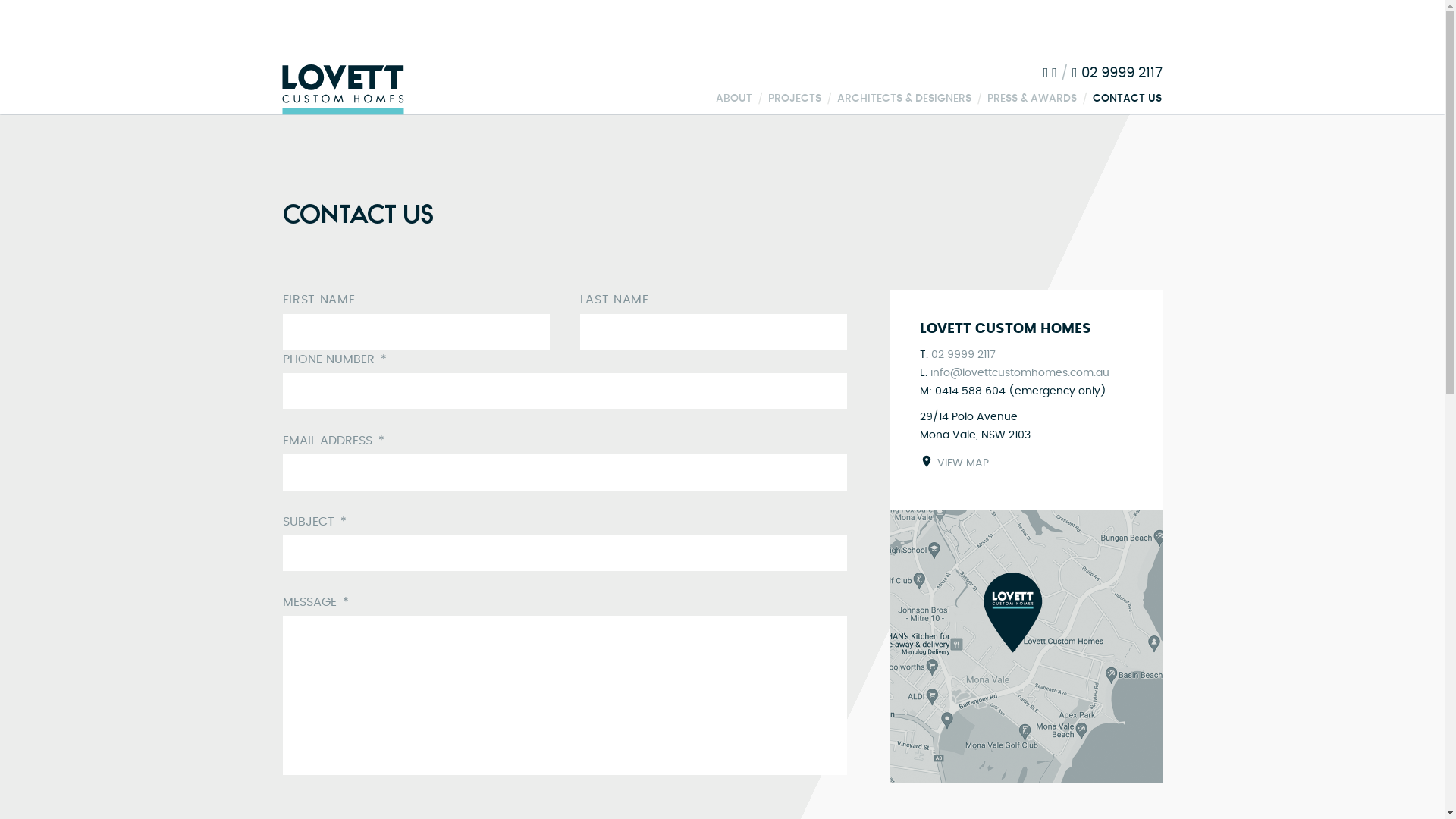 This screenshot has width=1456, height=819. What do you see at coordinates (904, 98) in the screenshot?
I see `'ARCHITECTS & DESIGNERS'` at bounding box center [904, 98].